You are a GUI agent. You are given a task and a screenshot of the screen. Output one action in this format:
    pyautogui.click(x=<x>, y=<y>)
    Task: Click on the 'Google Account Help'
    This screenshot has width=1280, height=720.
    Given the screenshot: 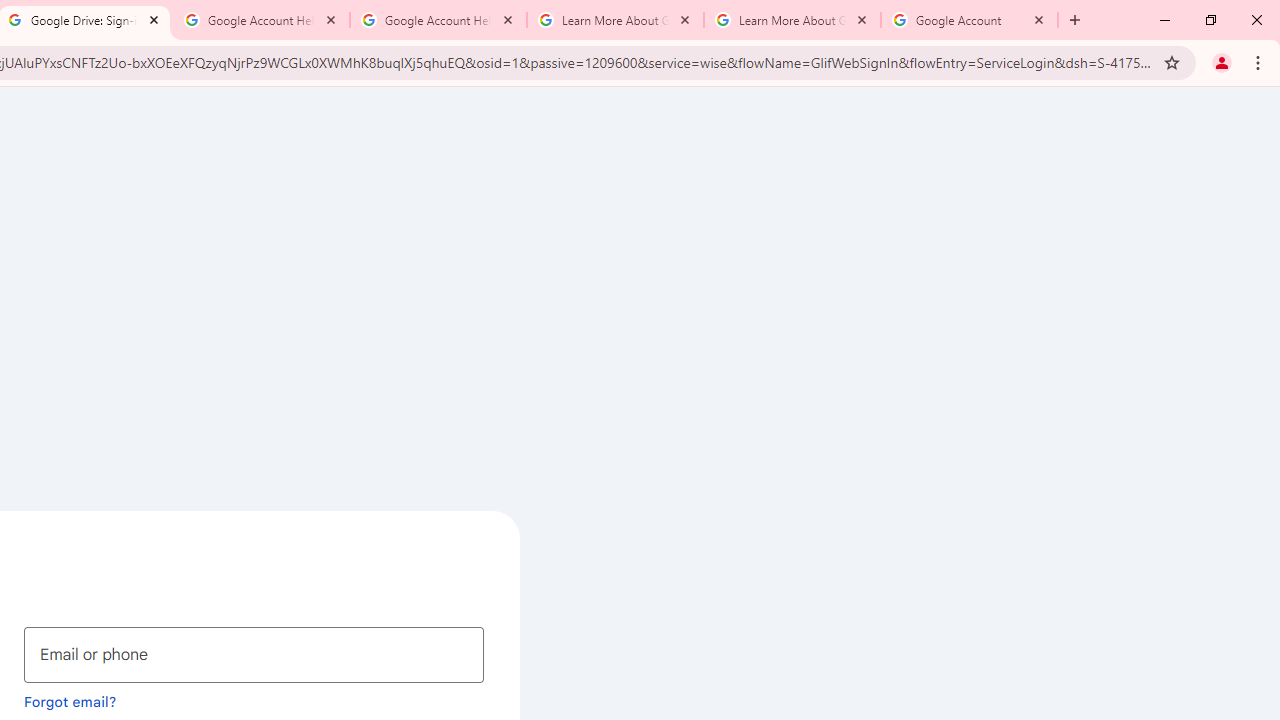 What is the action you would take?
    pyautogui.click(x=437, y=20)
    